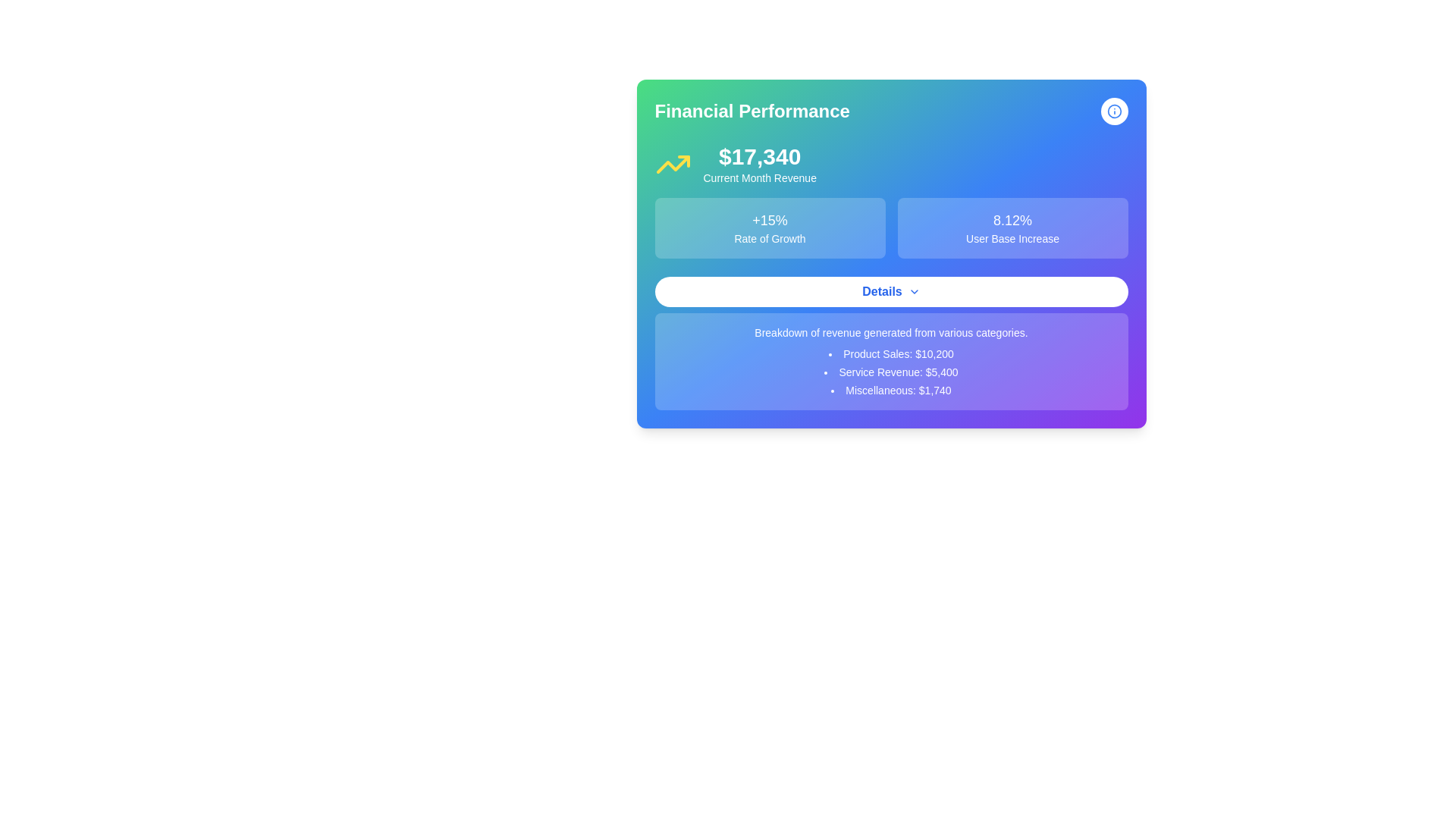 This screenshot has height=819, width=1456. What do you see at coordinates (770, 239) in the screenshot?
I see `the text label displaying 'Rate of Growth' located below the percentage value '+15%' within a rounded shaded background` at bounding box center [770, 239].